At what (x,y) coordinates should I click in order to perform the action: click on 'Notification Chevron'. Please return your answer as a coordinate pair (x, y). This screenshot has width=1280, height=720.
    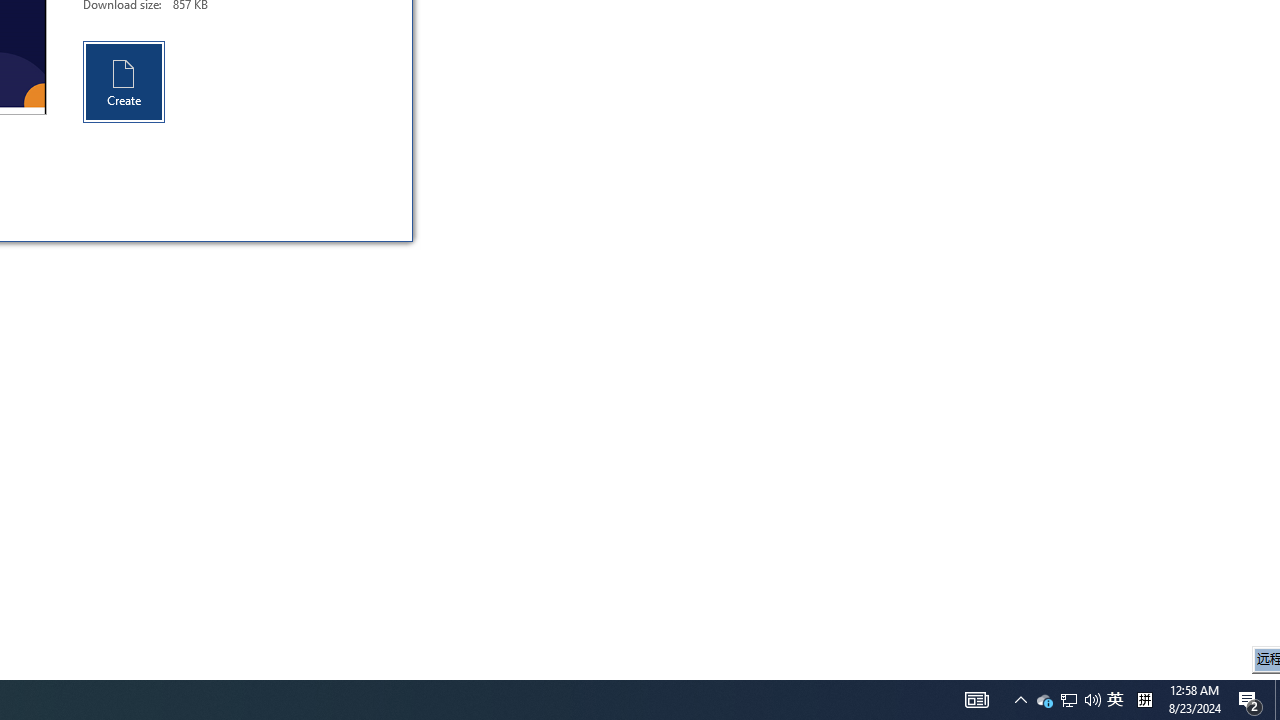
    Looking at the image, I should click on (1068, 698).